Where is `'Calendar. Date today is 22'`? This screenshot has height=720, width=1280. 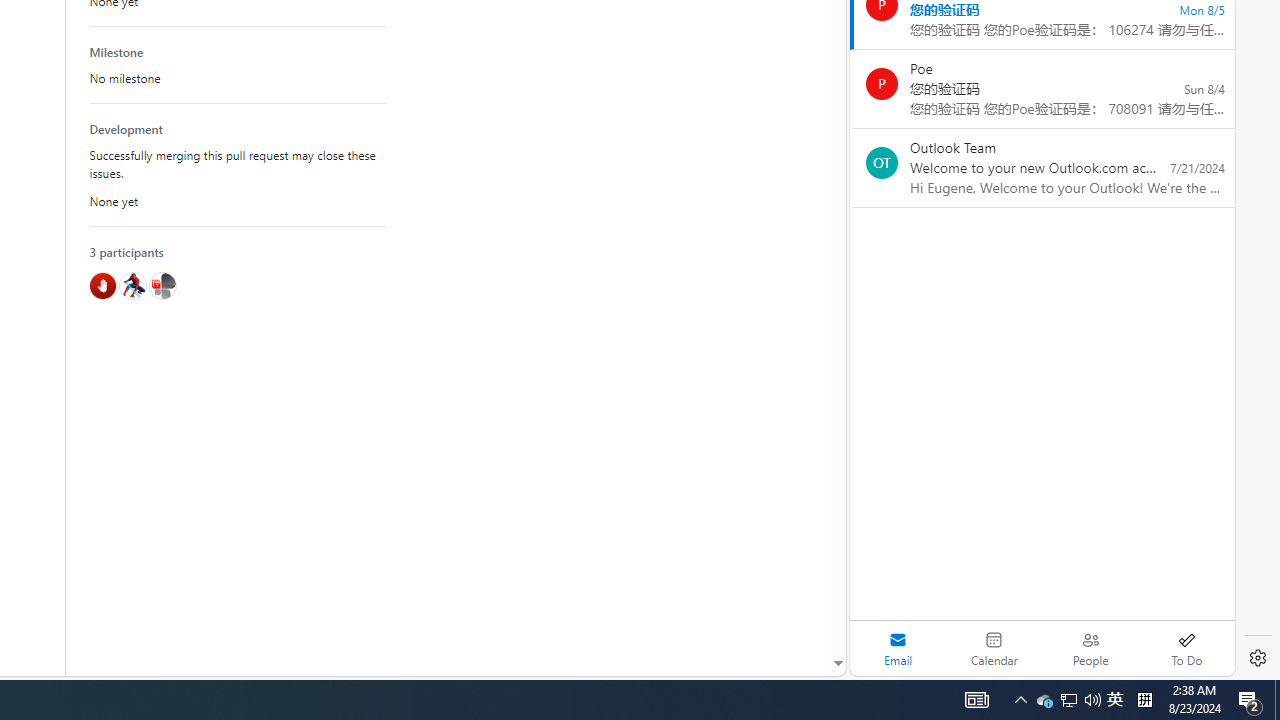 'Calendar. Date today is 22' is located at coordinates (994, 648).